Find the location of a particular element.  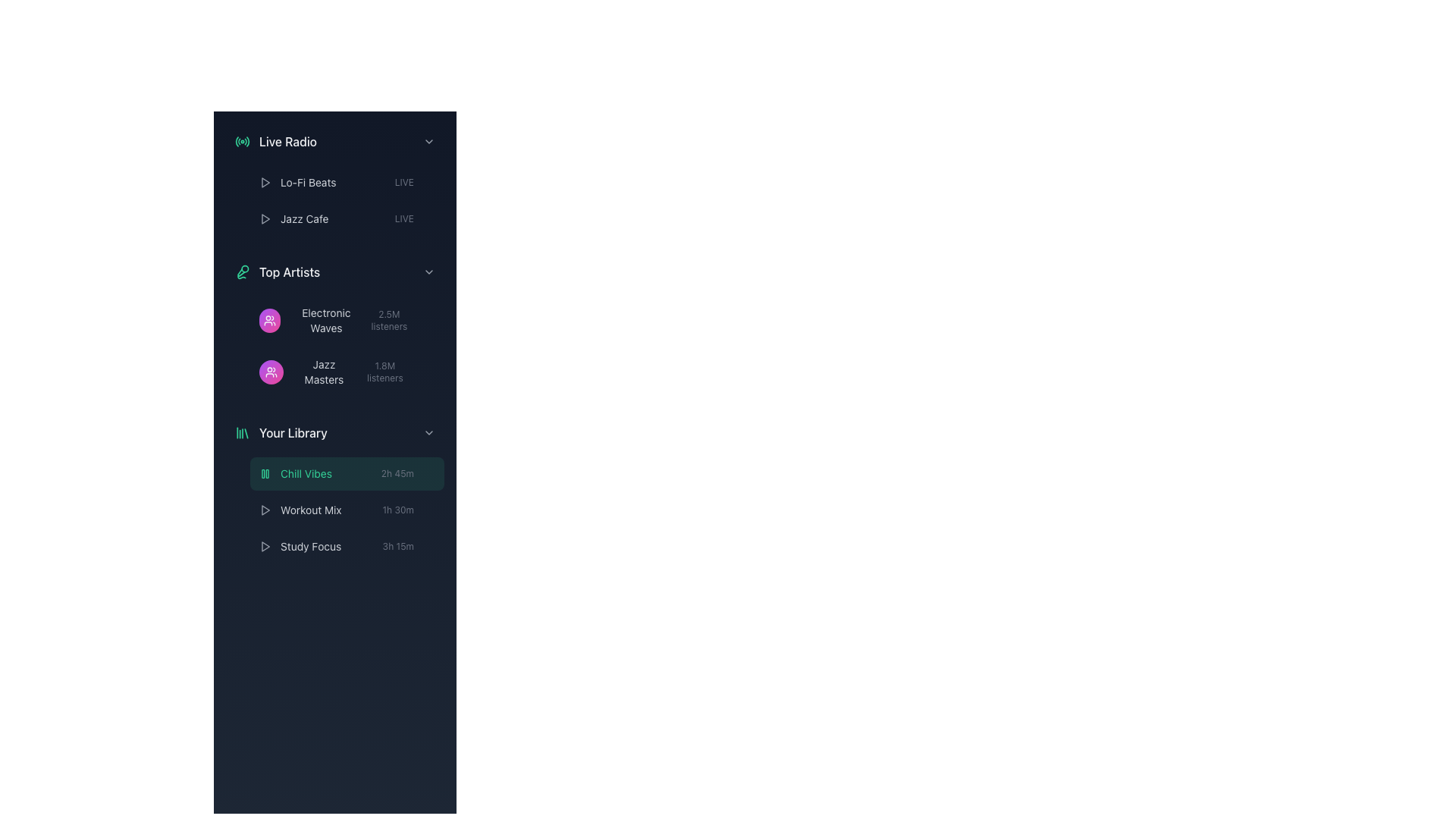

the text label that displays the number of listeners for the 'Electronic Waves' artist, positioned between the artist's name and a heart-shaped icon in the 'Top Artists' section is located at coordinates (389, 320).